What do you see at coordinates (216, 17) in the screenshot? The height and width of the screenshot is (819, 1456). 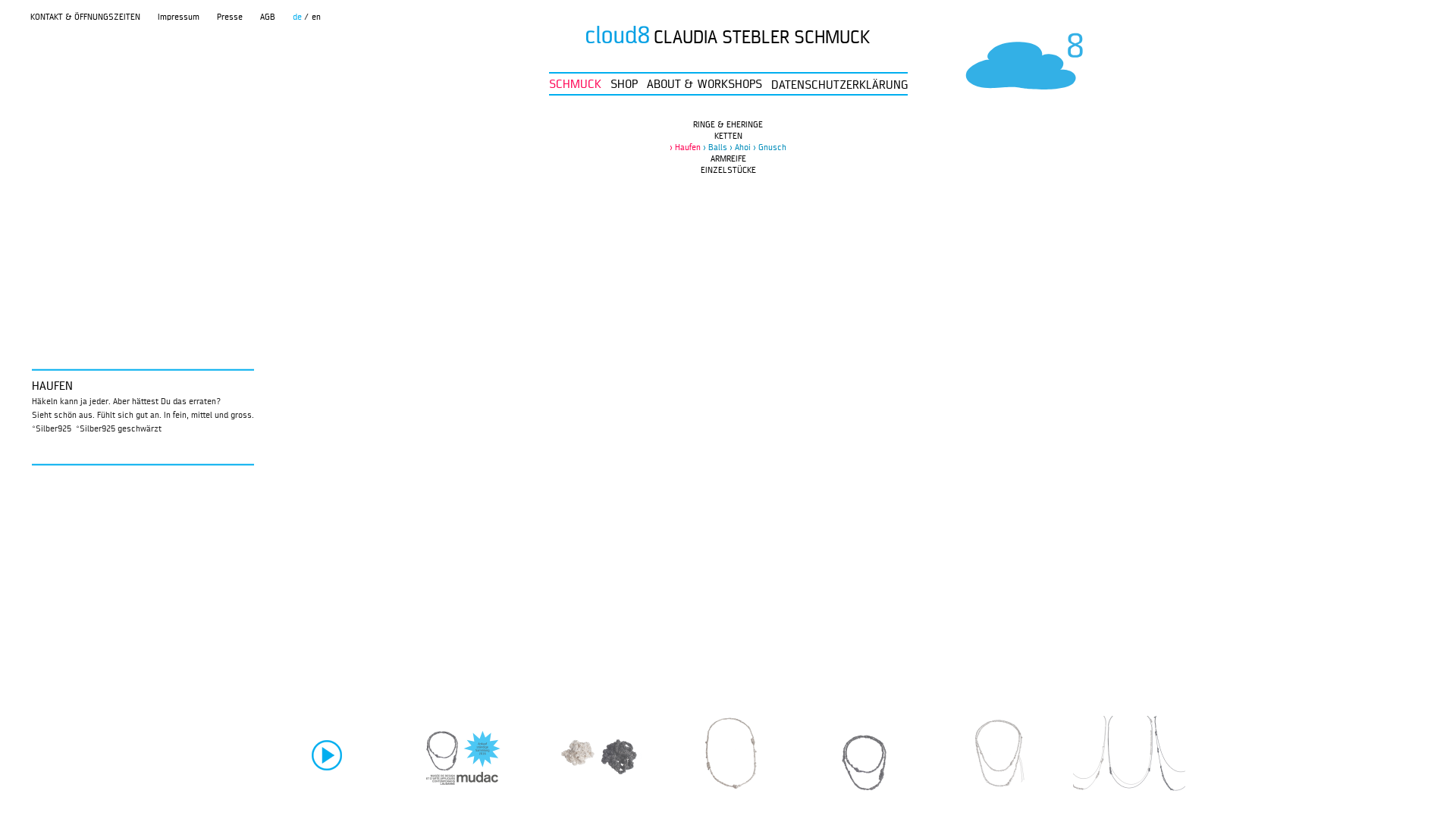 I see `'Presse'` at bounding box center [216, 17].